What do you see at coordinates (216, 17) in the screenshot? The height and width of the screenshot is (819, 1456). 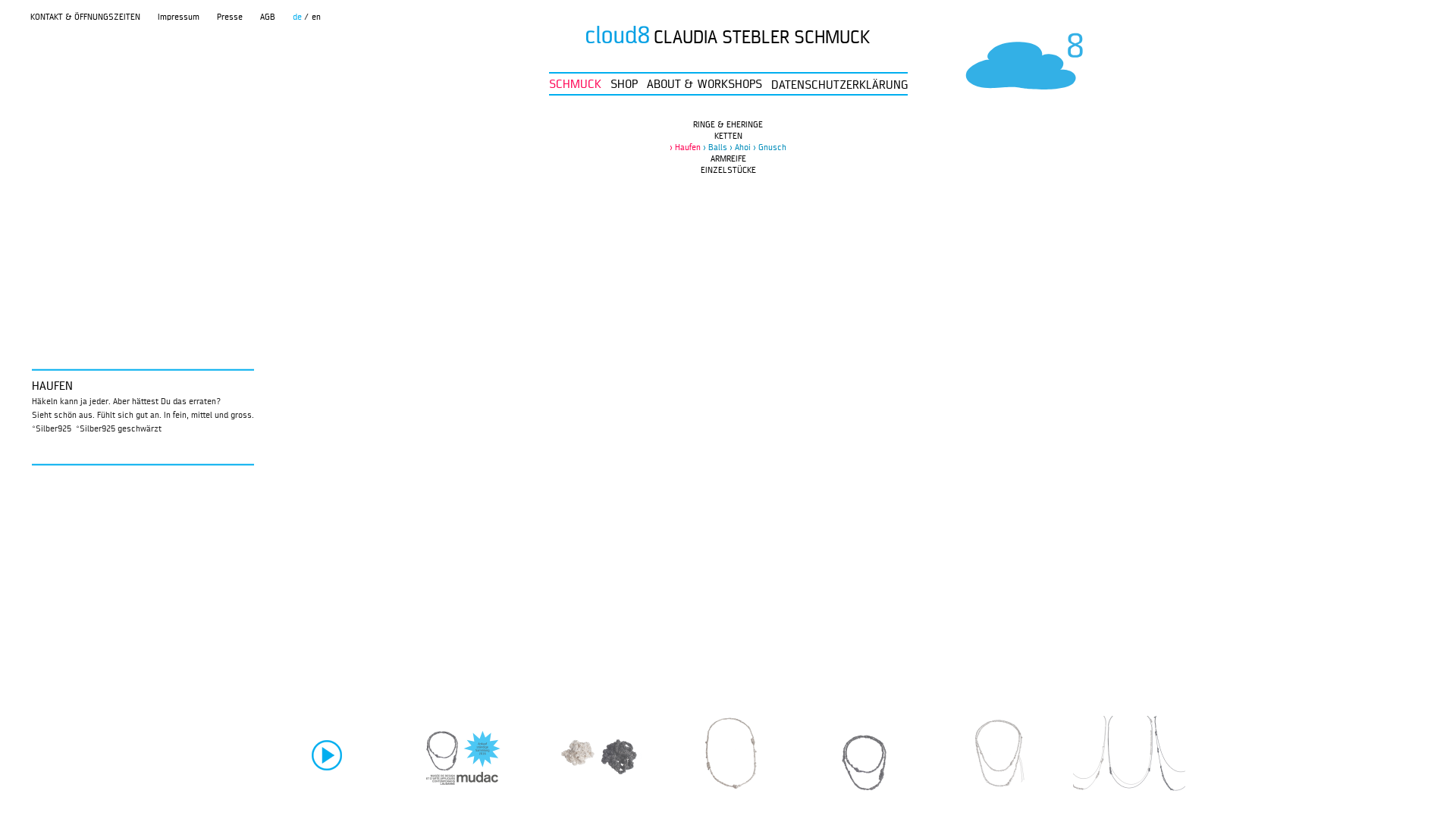 I see `'Presse'` at bounding box center [216, 17].